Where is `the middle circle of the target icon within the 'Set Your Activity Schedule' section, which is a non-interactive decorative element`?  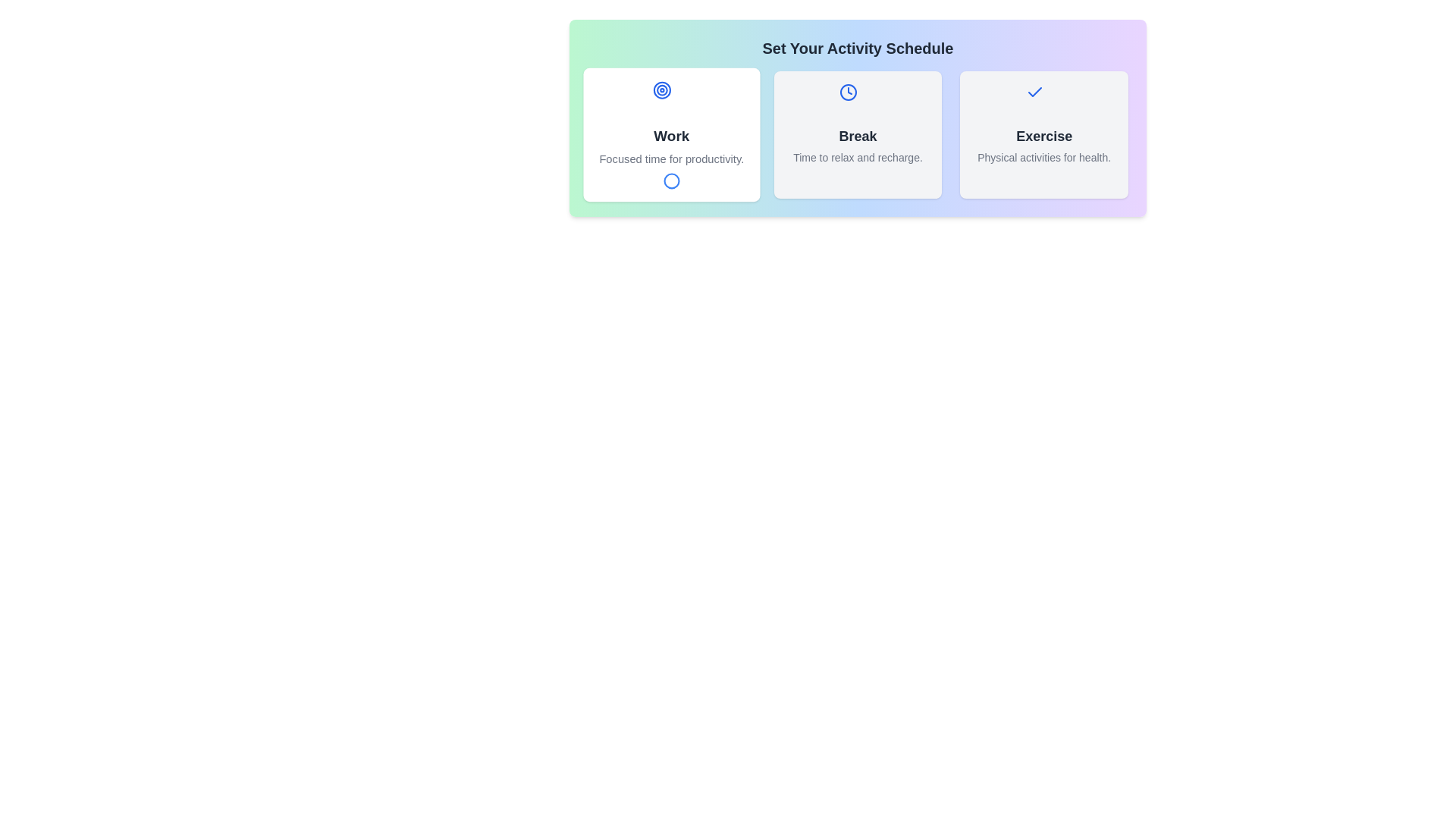 the middle circle of the target icon within the 'Set Your Activity Schedule' section, which is a non-interactive decorative element is located at coordinates (662, 90).